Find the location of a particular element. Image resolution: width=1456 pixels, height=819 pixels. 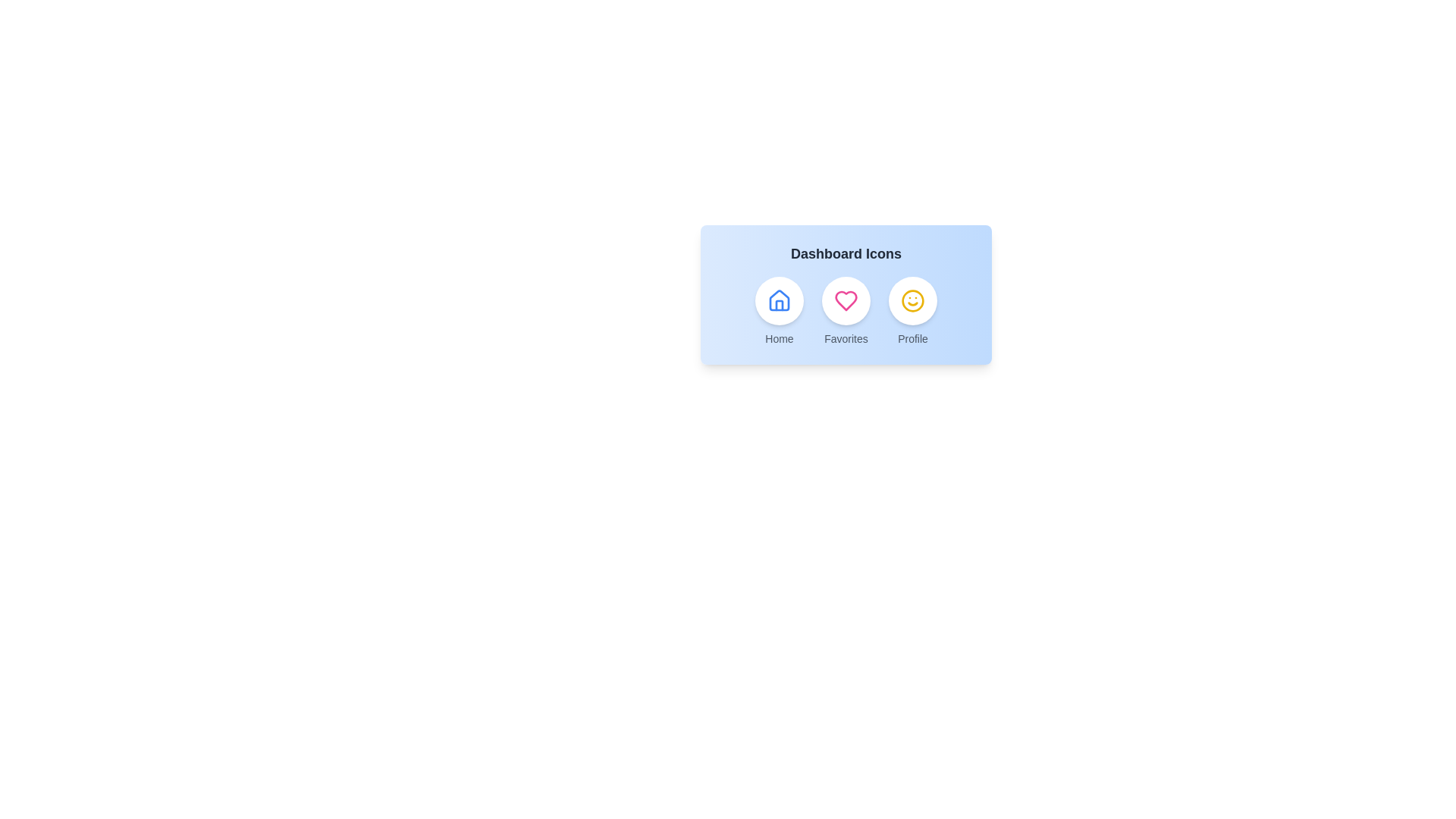

the Text Label located in the Dashboard section, which serves as a descriptor for the icon above it, specifically the third label below the smiley-face icon is located at coordinates (912, 338).